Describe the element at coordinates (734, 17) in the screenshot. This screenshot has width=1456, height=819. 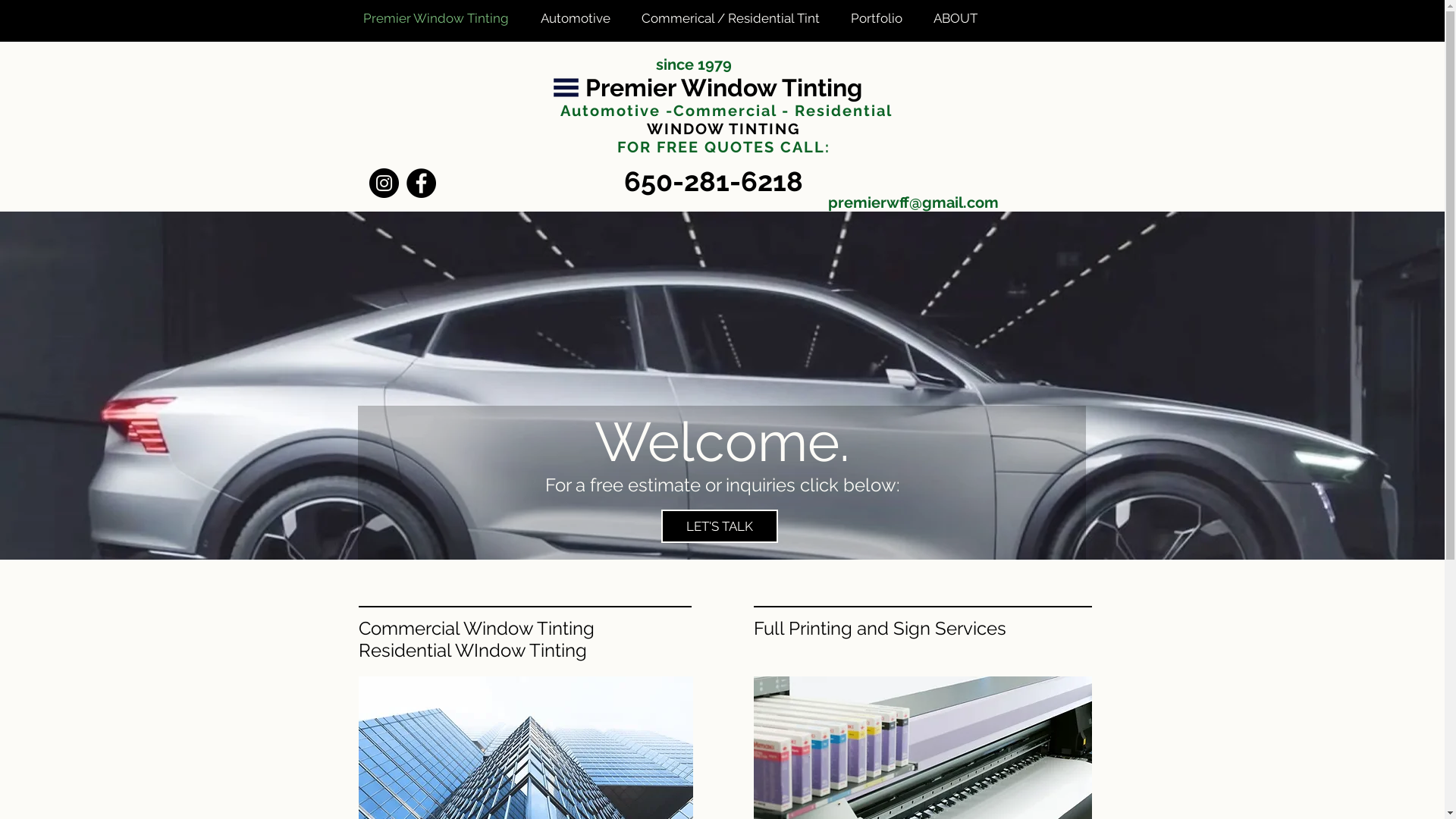
I see `'Commerical / Residential Tint'` at that location.